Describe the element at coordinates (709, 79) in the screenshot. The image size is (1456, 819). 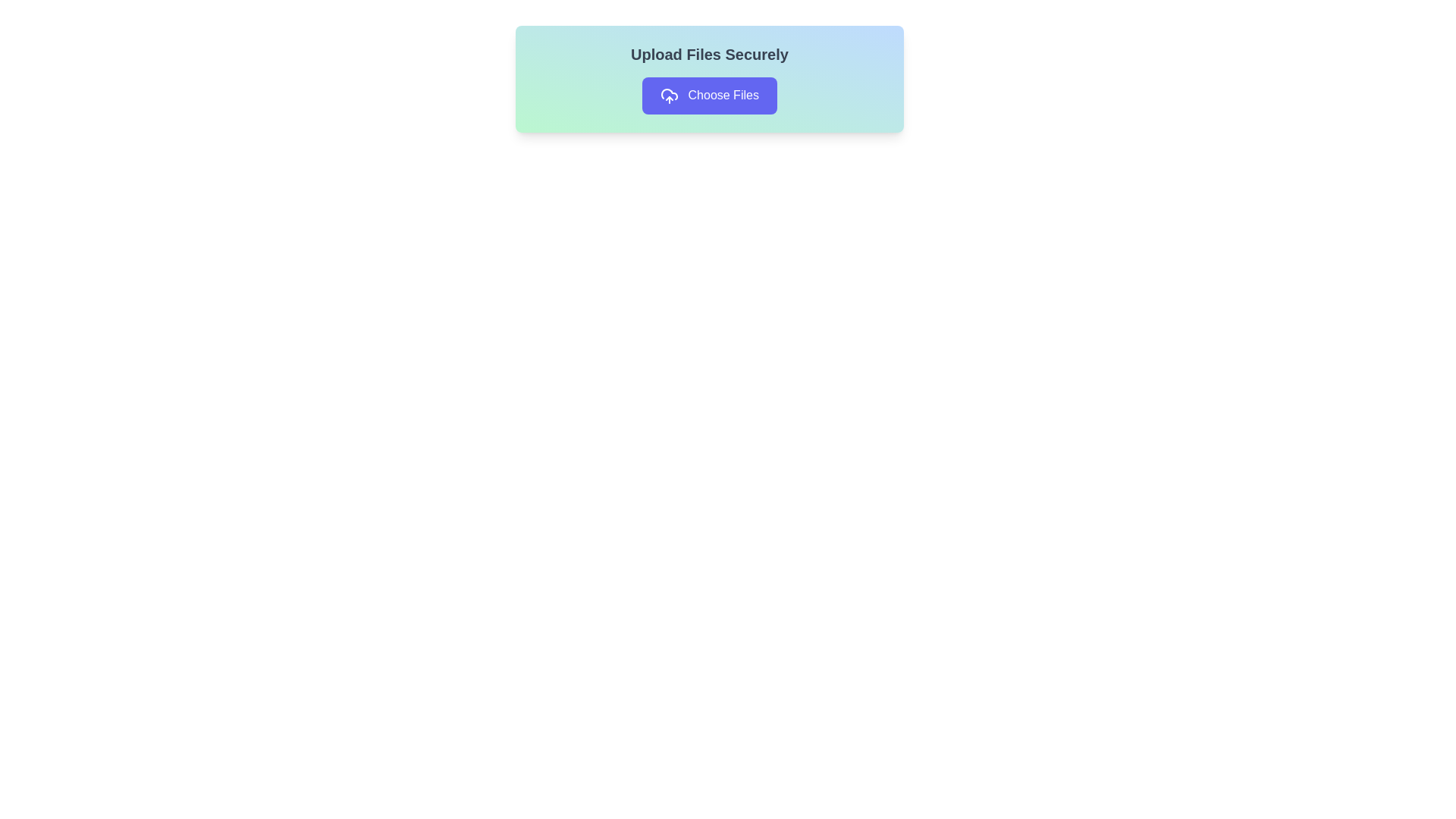
I see `the 'Choose Files' button in the call-to-action component titled 'Upload Files Securely'` at that location.